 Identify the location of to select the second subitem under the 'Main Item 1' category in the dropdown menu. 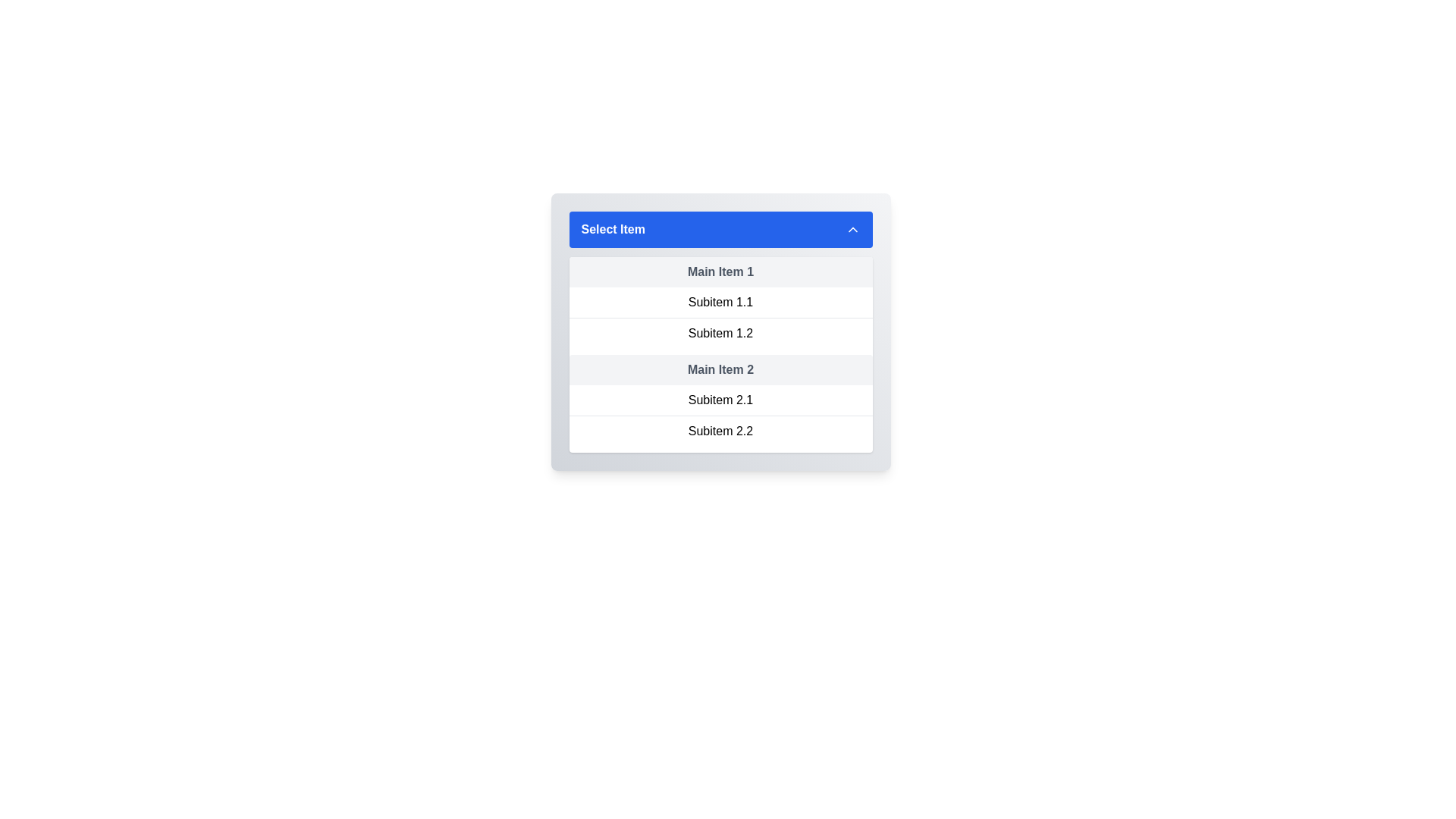
(720, 332).